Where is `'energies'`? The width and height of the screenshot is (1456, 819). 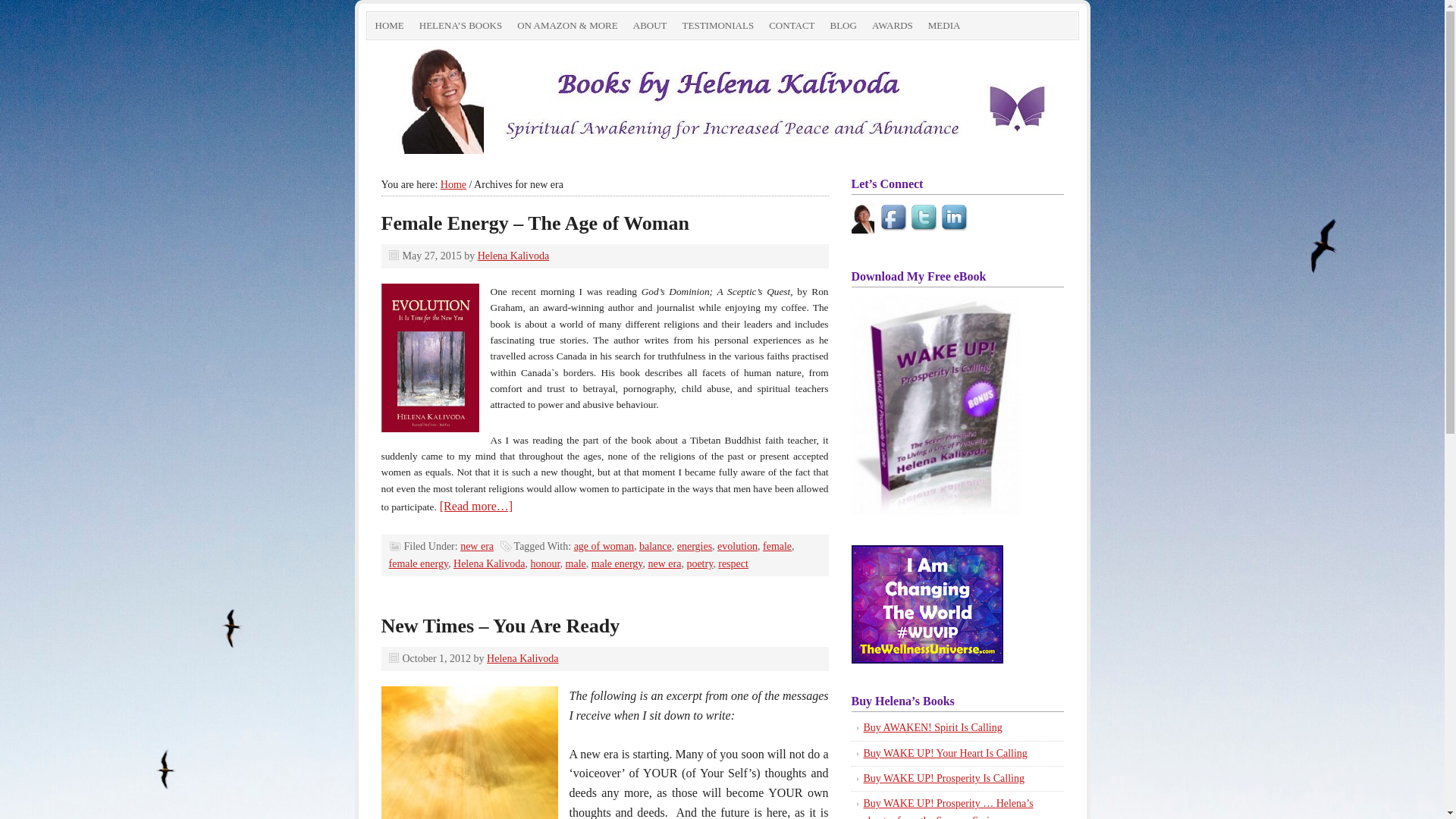 'energies' is located at coordinates (694, 546).